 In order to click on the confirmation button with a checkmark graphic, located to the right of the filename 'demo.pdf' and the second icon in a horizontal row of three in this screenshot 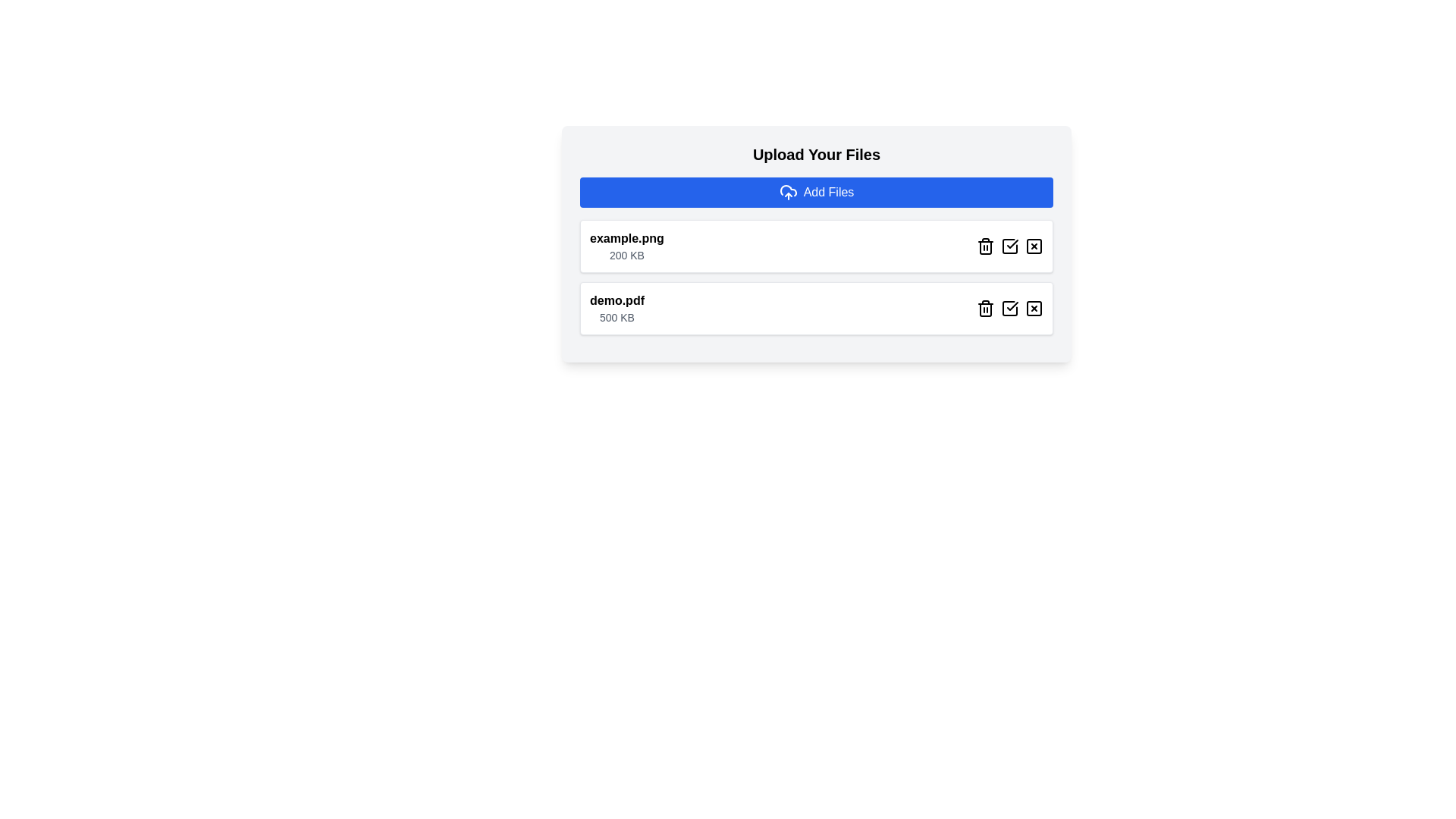, I will do `click(1009, 308)`.